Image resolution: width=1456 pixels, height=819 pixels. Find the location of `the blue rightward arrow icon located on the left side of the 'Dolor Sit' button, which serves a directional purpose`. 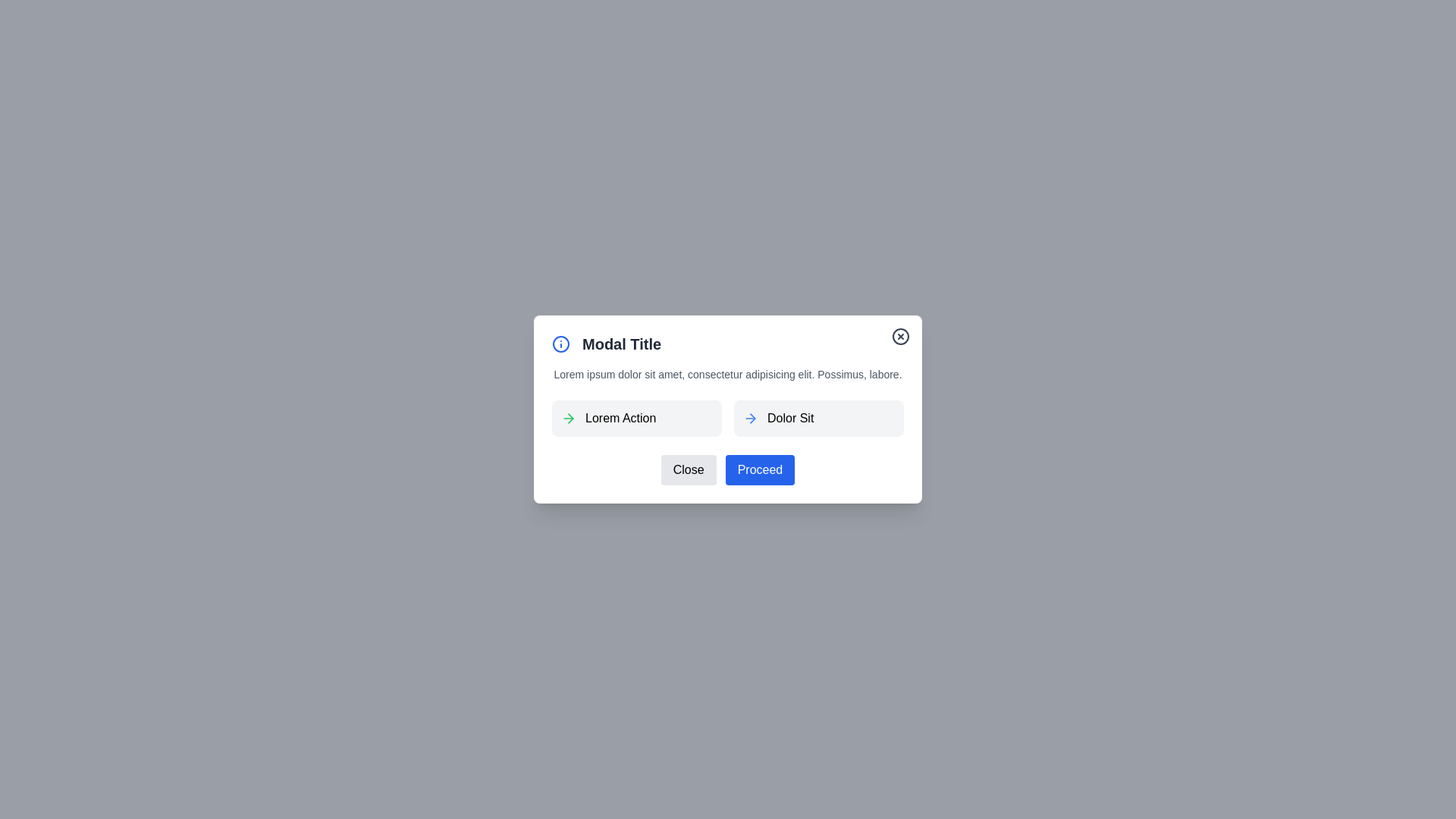

the blue rightward arrow icon located on the left side of the 'Dolor Sit' button, which serves a directional purpose is located at coordinates (750, 418).